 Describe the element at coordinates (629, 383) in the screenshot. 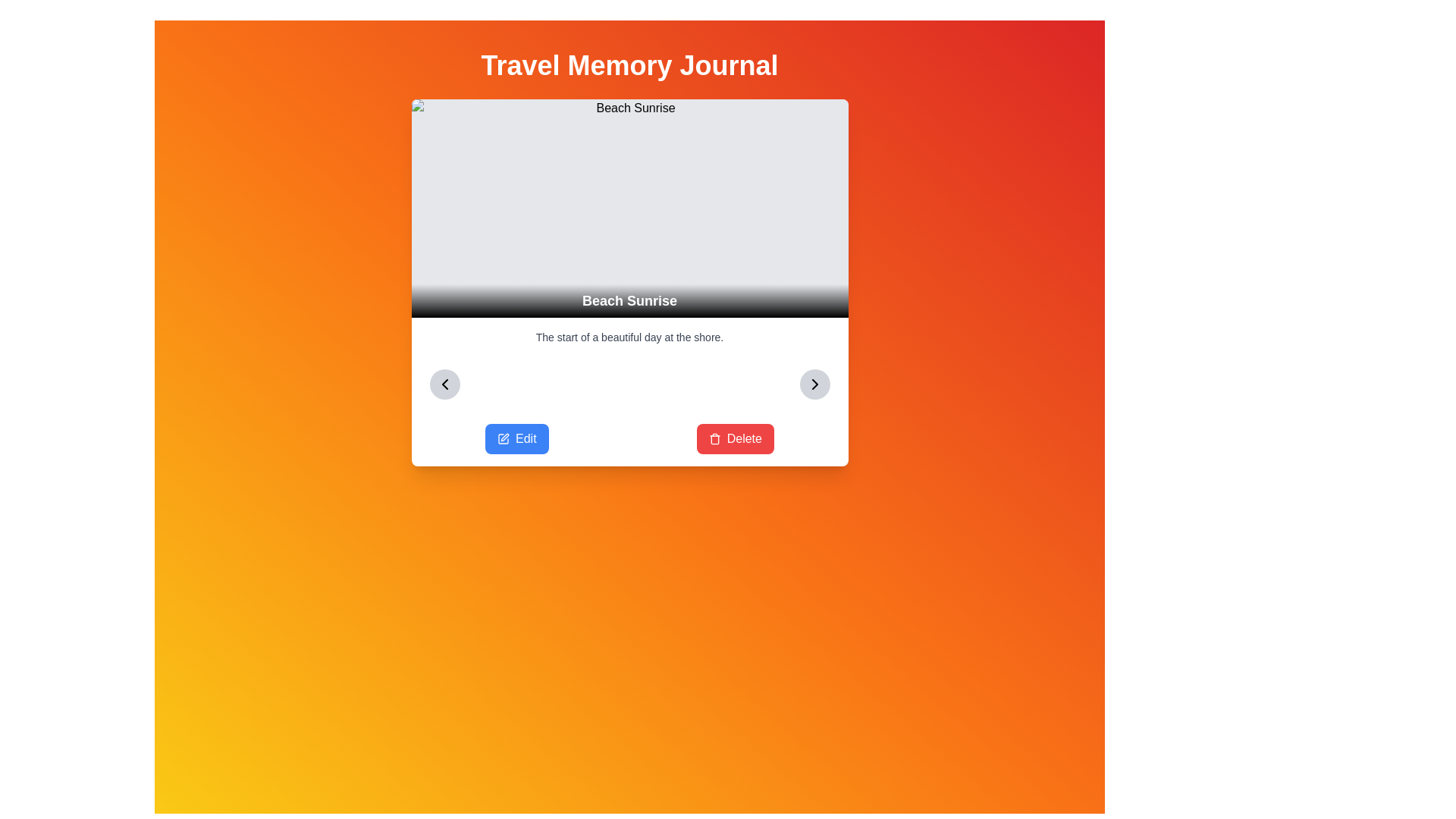

I see `navigation or pagination control located within the card-like component, positioned directly below the description text and above the action buttons (Edit and Delete)` at that location.